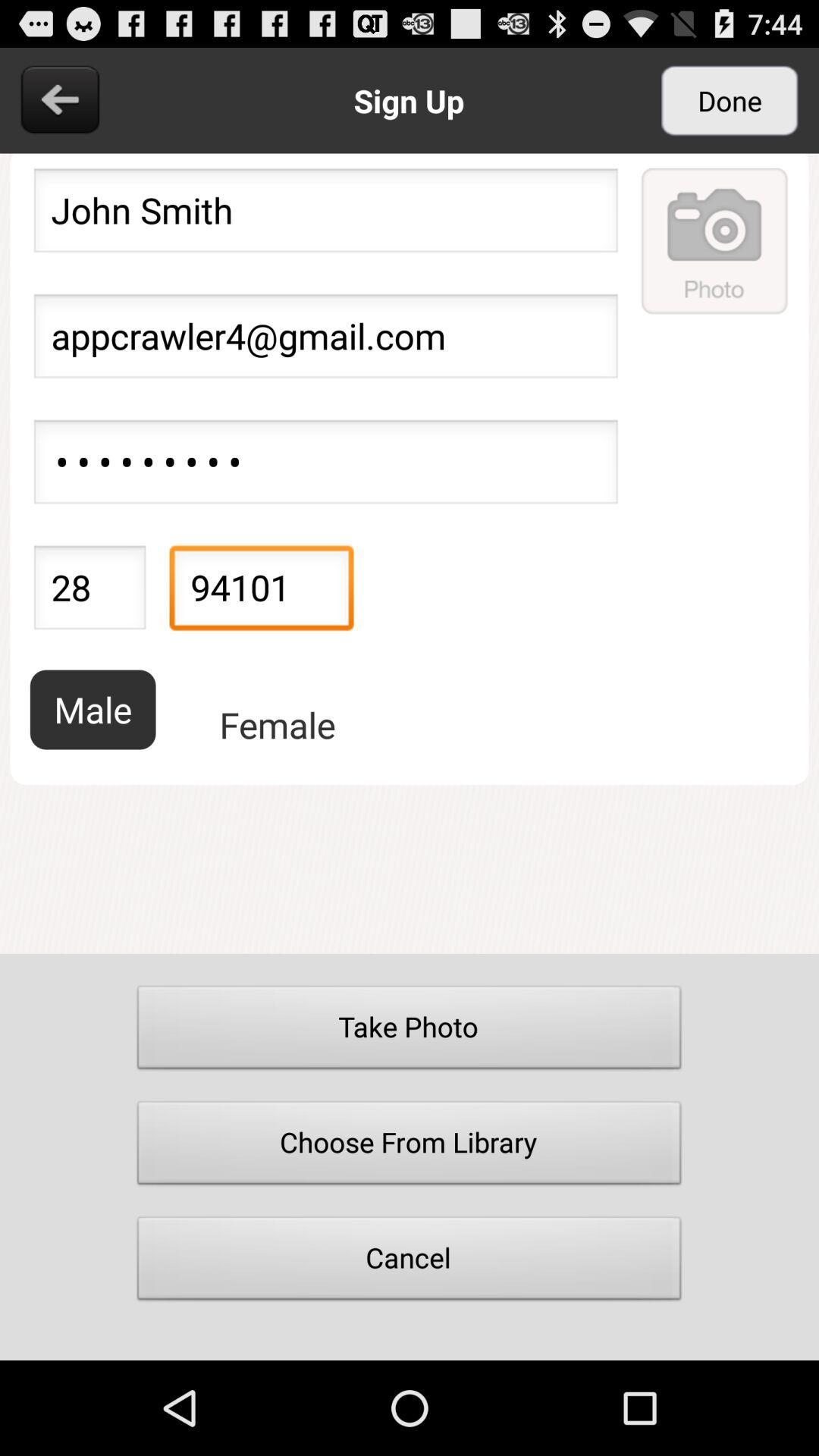 This screenshot has width=819, height=1456. Describe the element at coordinates (715, 240) in the screenshot. I see `take a picture` at that location.